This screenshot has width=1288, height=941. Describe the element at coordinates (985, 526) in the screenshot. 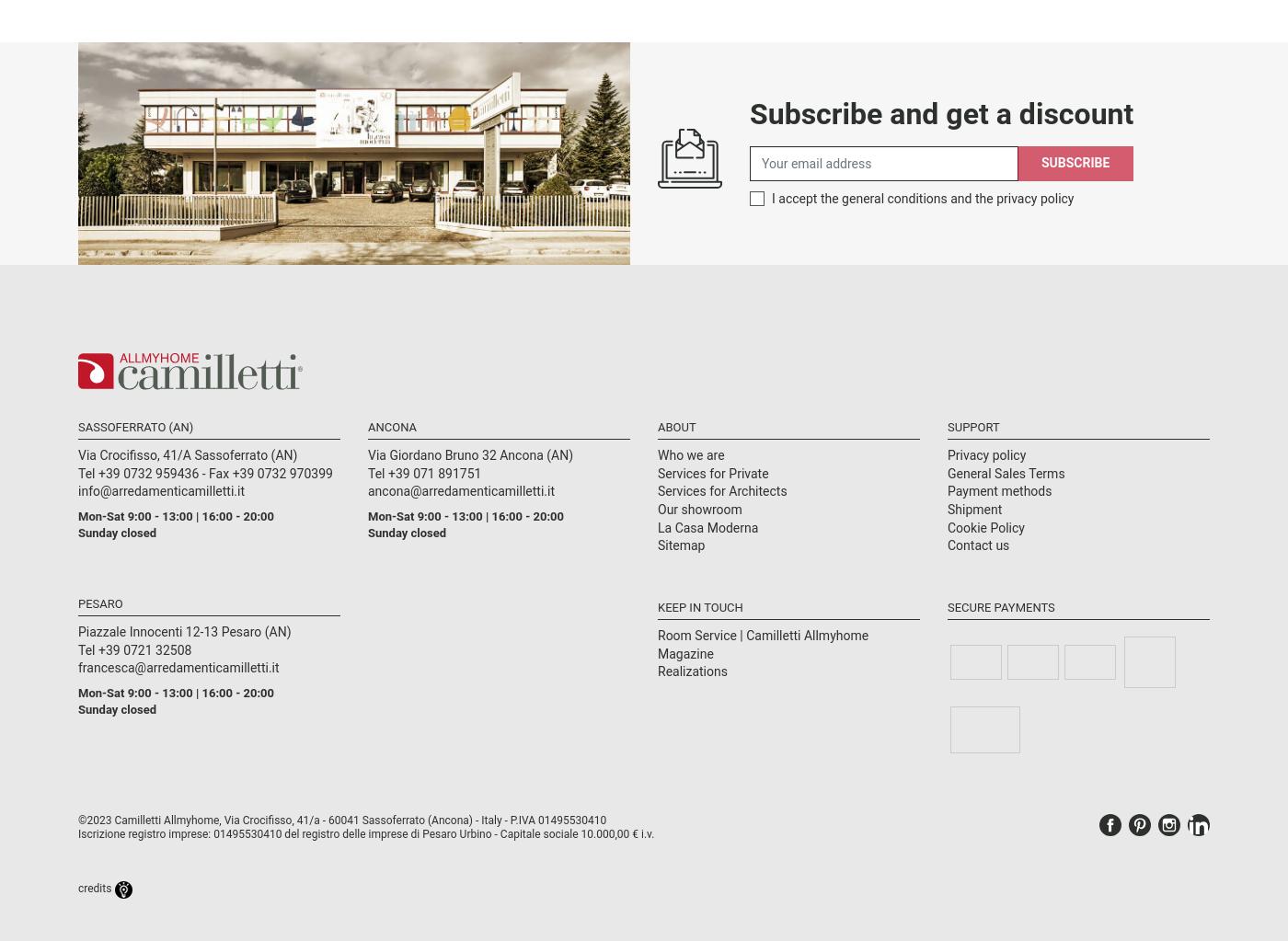

I see `'Cookie Policy'` at that location.